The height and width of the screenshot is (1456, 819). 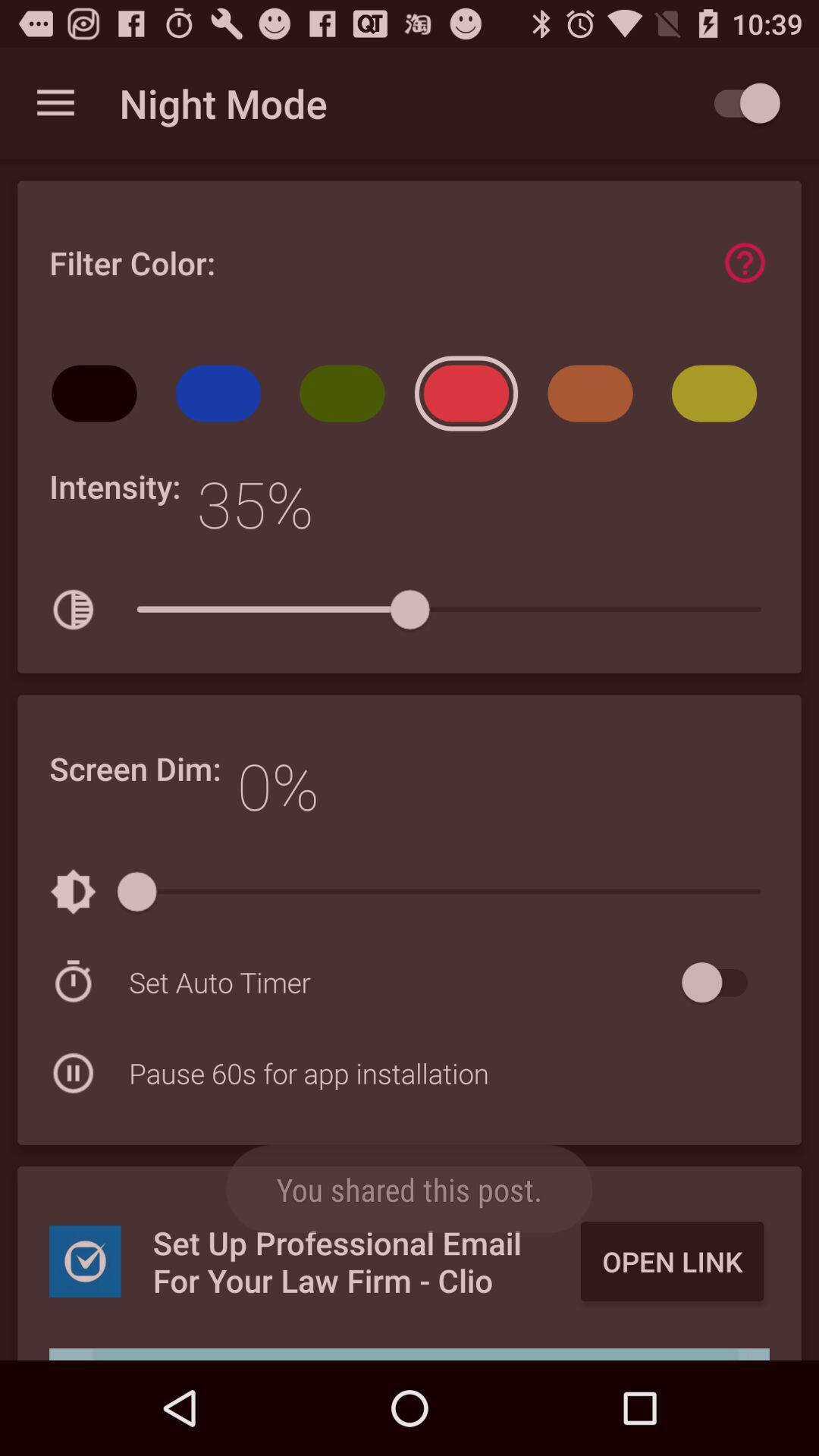 What do you see at coordinates (721, 982) in the screenshot?
I see `turn on auto toner` at bounding box center [721, 982].